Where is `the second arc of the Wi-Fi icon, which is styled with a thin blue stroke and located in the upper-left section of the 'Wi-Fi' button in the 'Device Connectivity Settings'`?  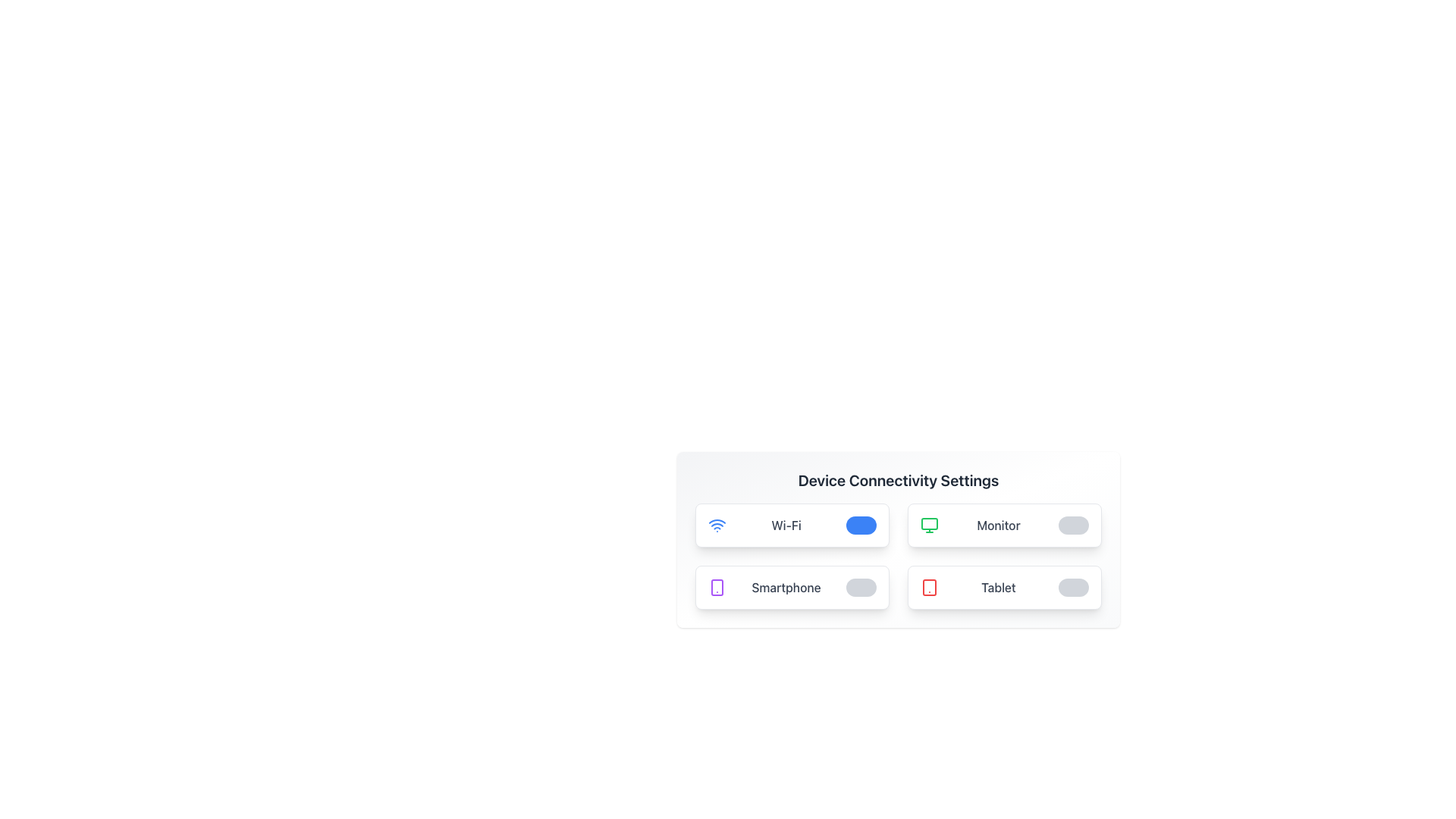 the second arc of the Wi-Fi icon, which is styled with a thin blue stroke and located in the upper-left section of the 'Wi-Fi' button in the 'Device Connectivity Settings' is located at coordinates (716, 519).